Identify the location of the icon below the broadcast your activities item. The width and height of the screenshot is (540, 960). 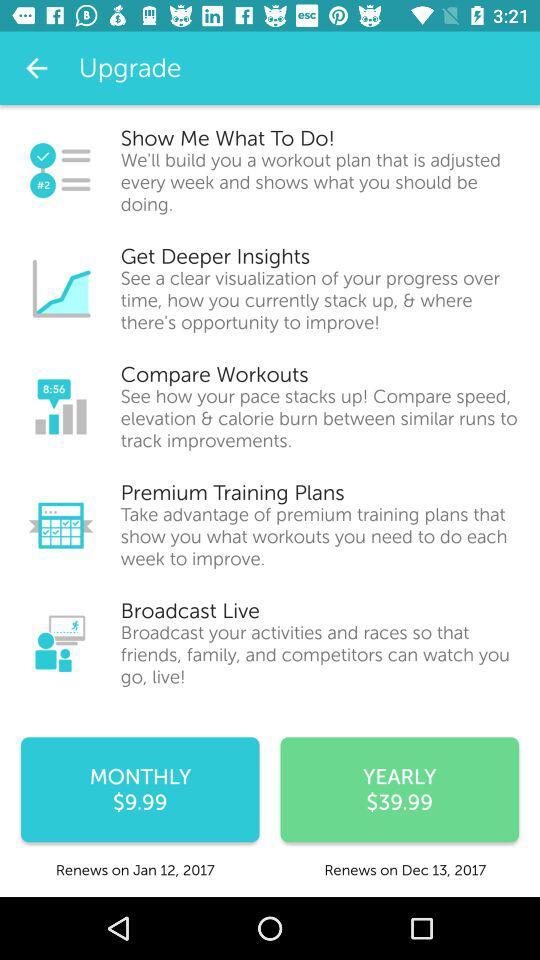
(399, 789).